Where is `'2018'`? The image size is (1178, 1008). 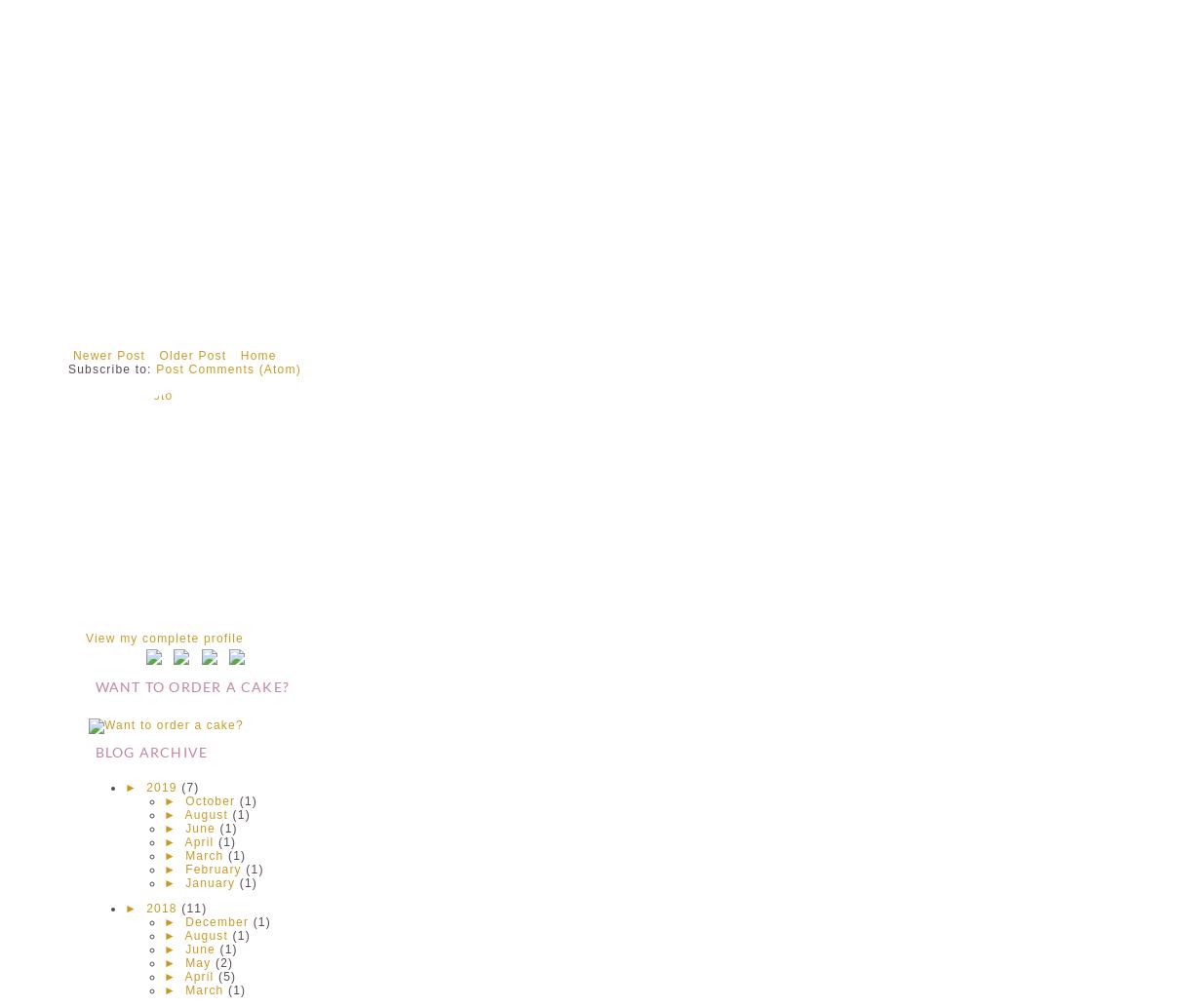
'2018' is located at coordinates (161, 908).